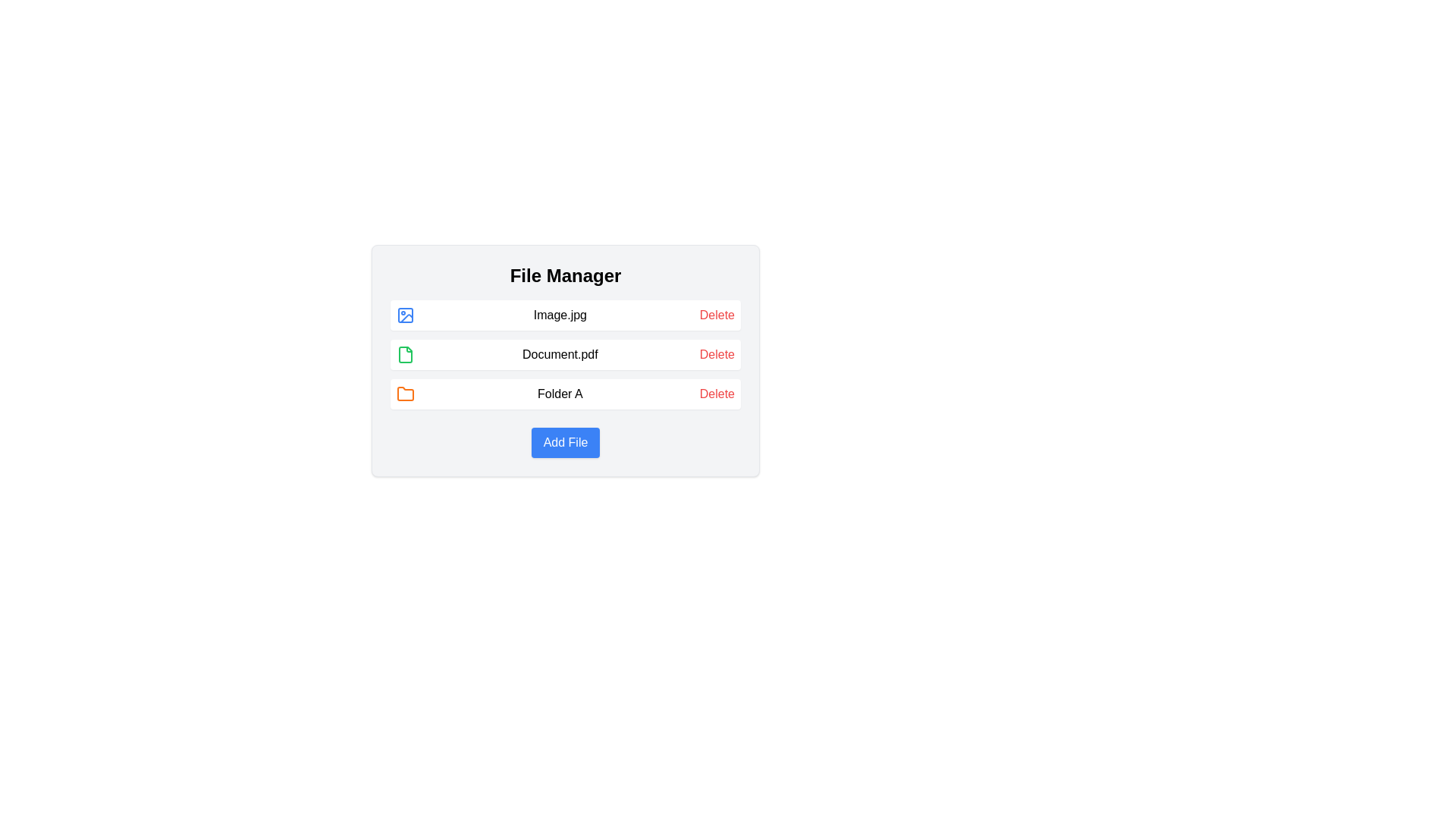 This screenshot has width=1456, height=819. Describe the element at coordinates (559, 394) in the screenshot. I see `the static text label displaying 'Folder A', which is located in the third row of the file manager interface, between an orange folder icon and a red 'Delete' link` at that location.